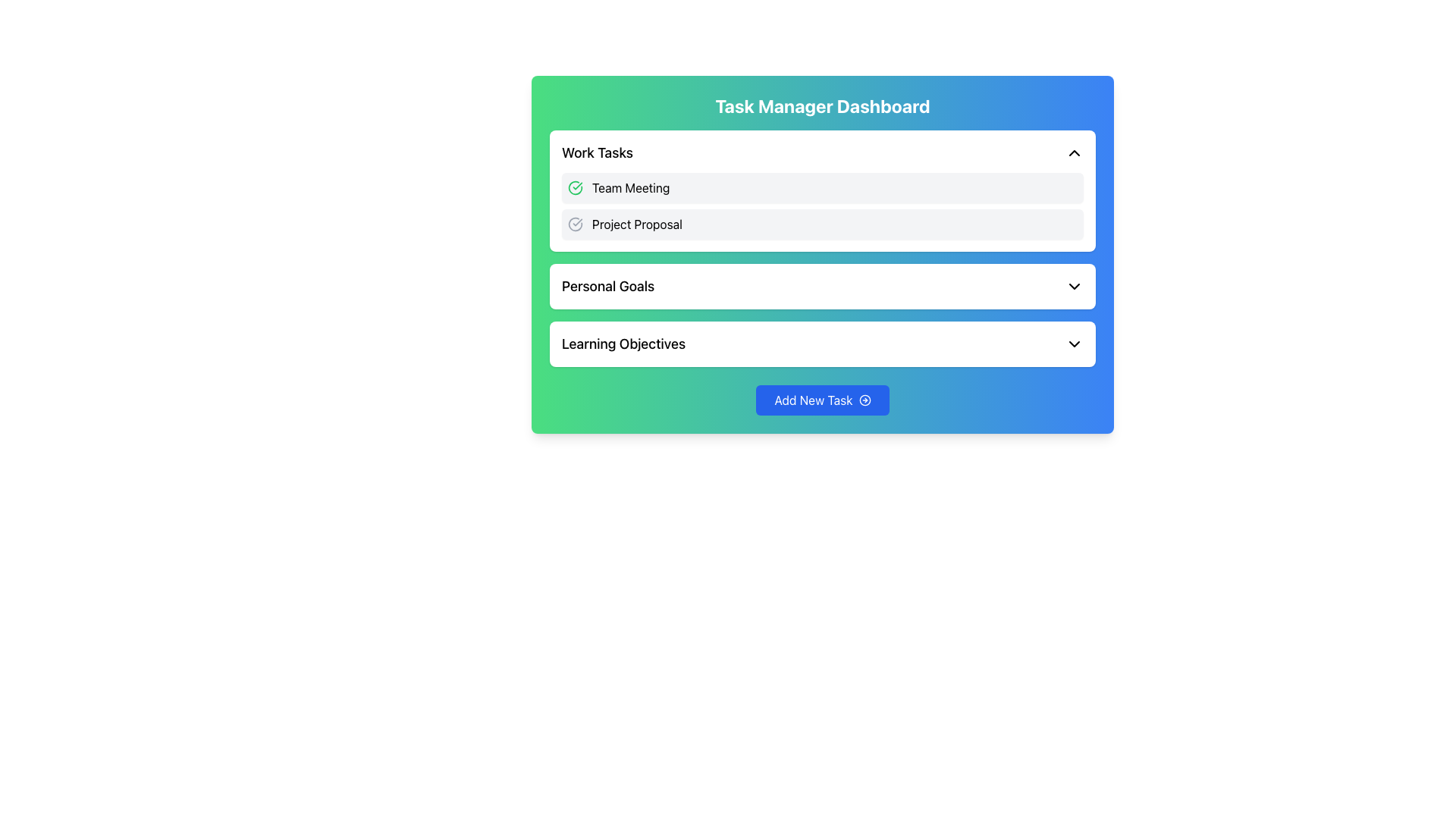  Describe the element at coordinates (1073, 287) in the screenshot. I see `the downward-facing chevron icon located to the right of the 'Personal Goals' text` at that location.